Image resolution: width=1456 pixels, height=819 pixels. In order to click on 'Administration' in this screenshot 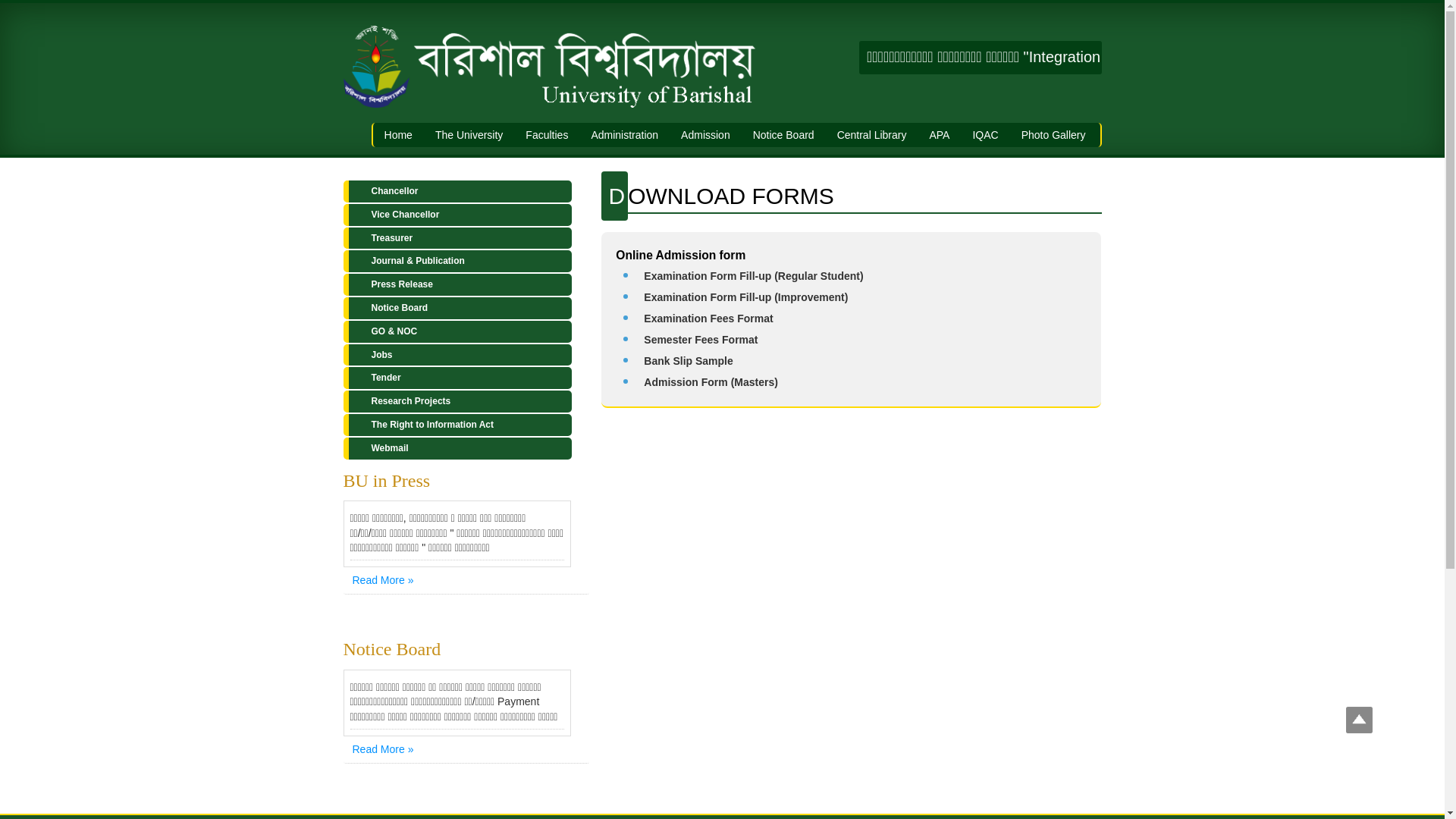, I will do `click(624, 133)`.